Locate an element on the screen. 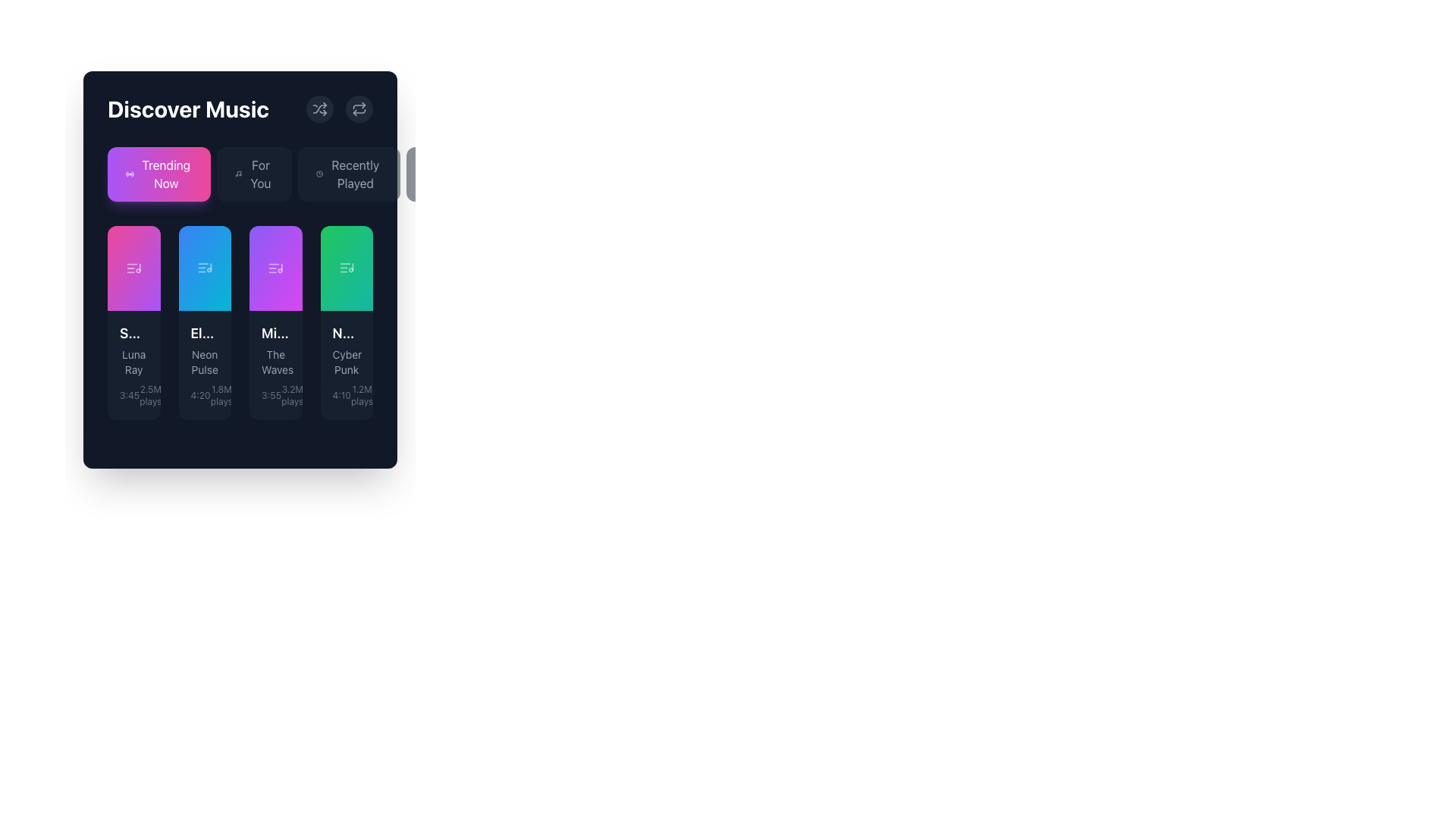 This screenshot has width=1456, height=819. the Static Text displaying '3:45' in light gray font located in the 'Trending Now' section of the 'Discover Music' interface, specifically in the lower-left card labeled 'S... Luna Ray' is located at coordinates (130, 394).